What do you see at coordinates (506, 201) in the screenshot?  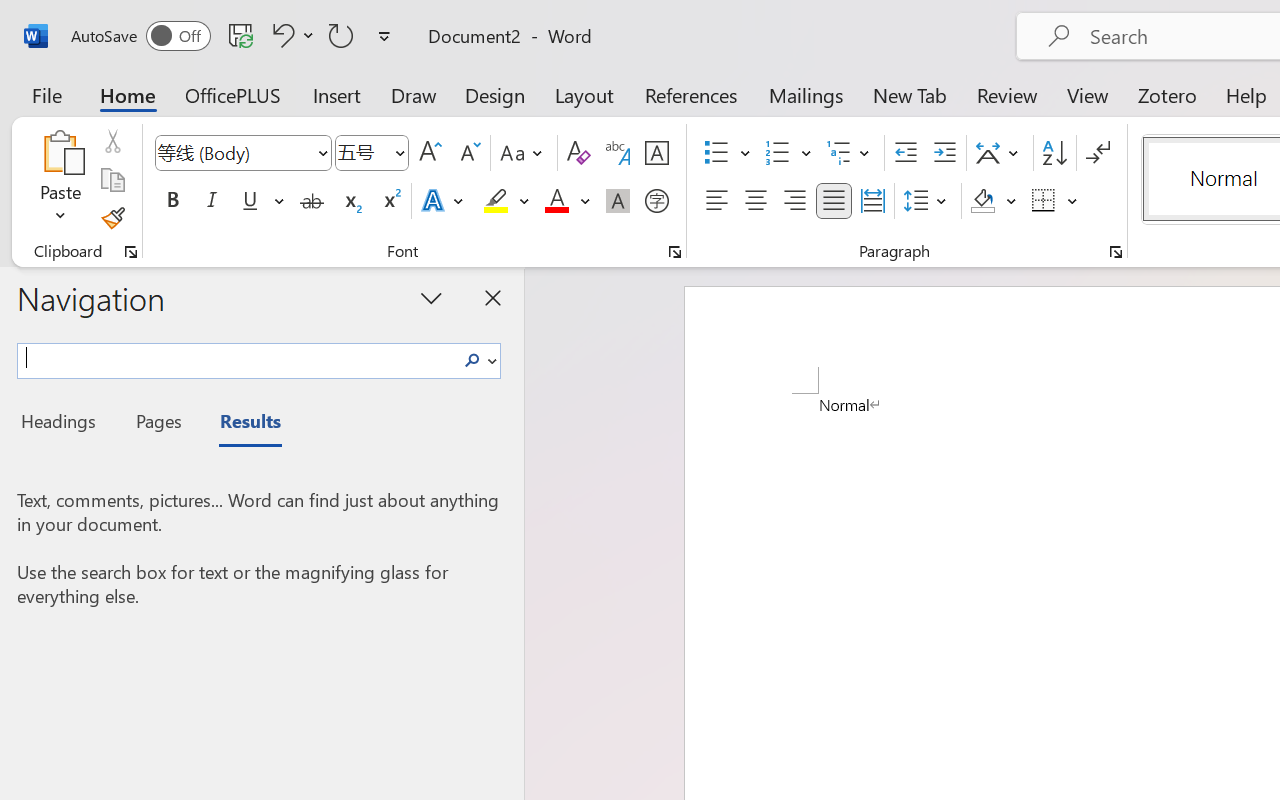 I see `'Text Highlight Color'` at bounding box center [506, 201].